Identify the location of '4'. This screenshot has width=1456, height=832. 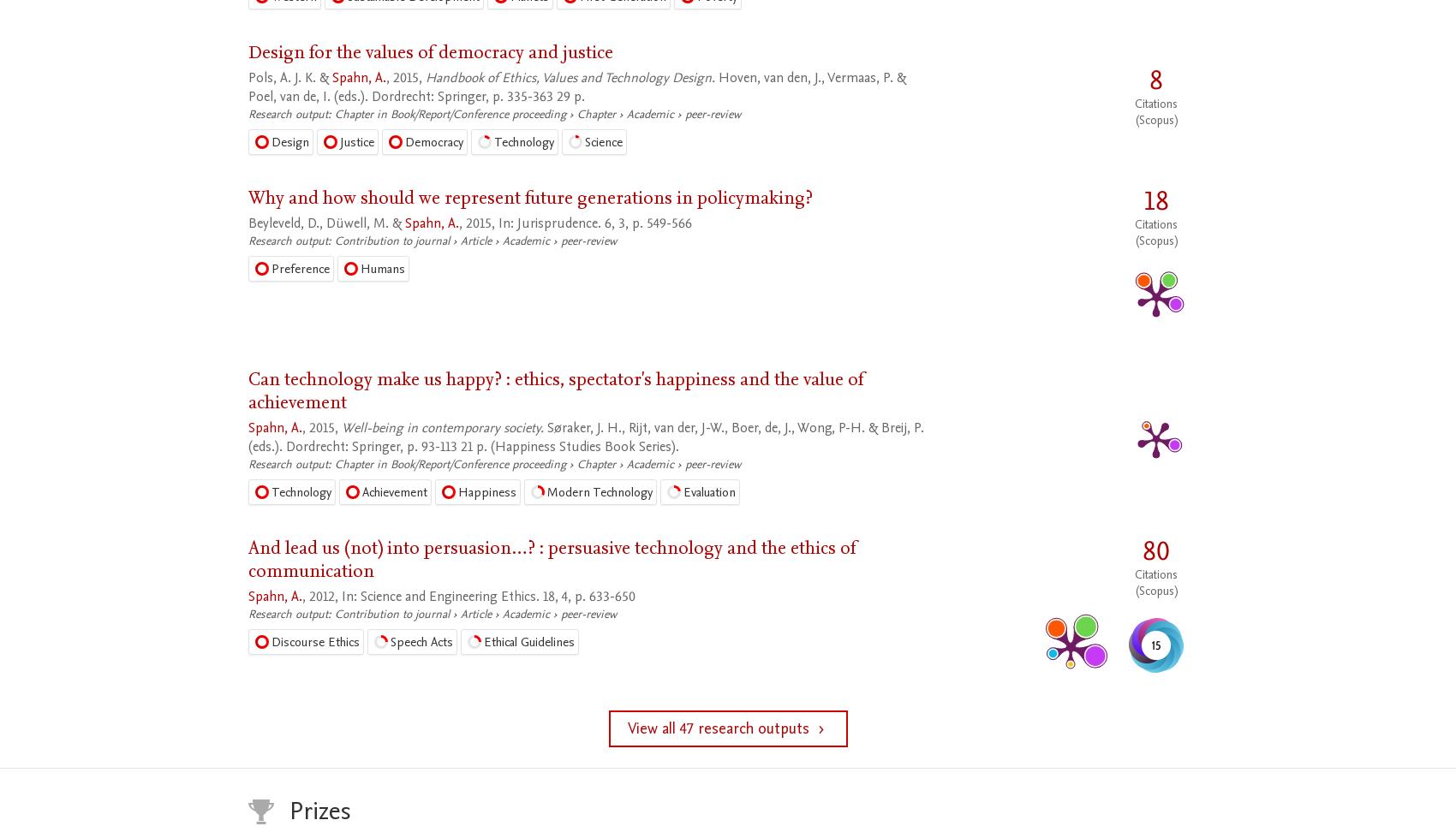
(564, 596).